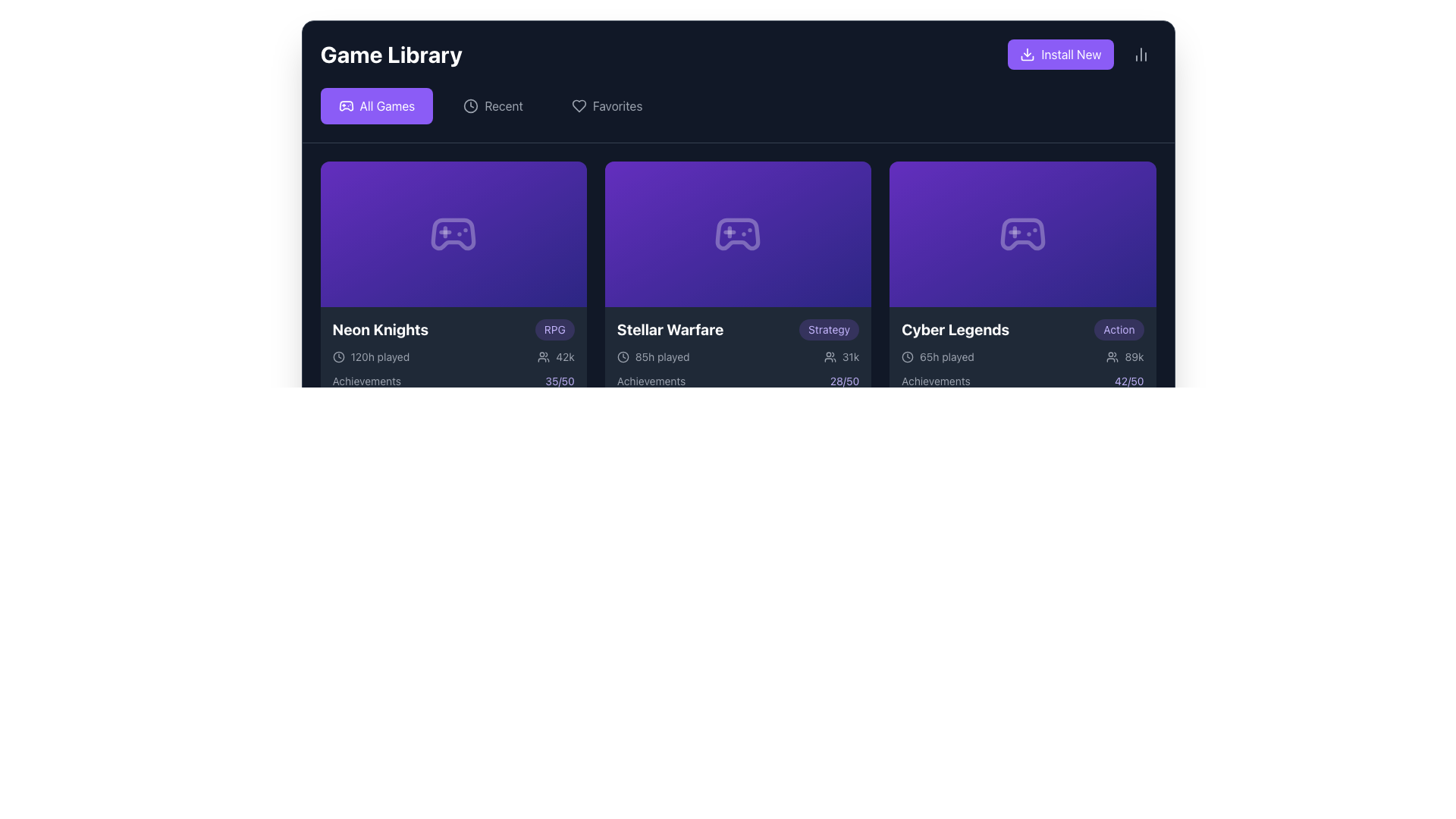 This screenshot has height=819, width=1456. Describe the element at coordinates (653, 356) in the screenshot. I see `the displayed cumulative hours spent playing the game located in the central column under the 'Stellar Warfare' card, below the card title and to the left of the '31k' text` at that location.